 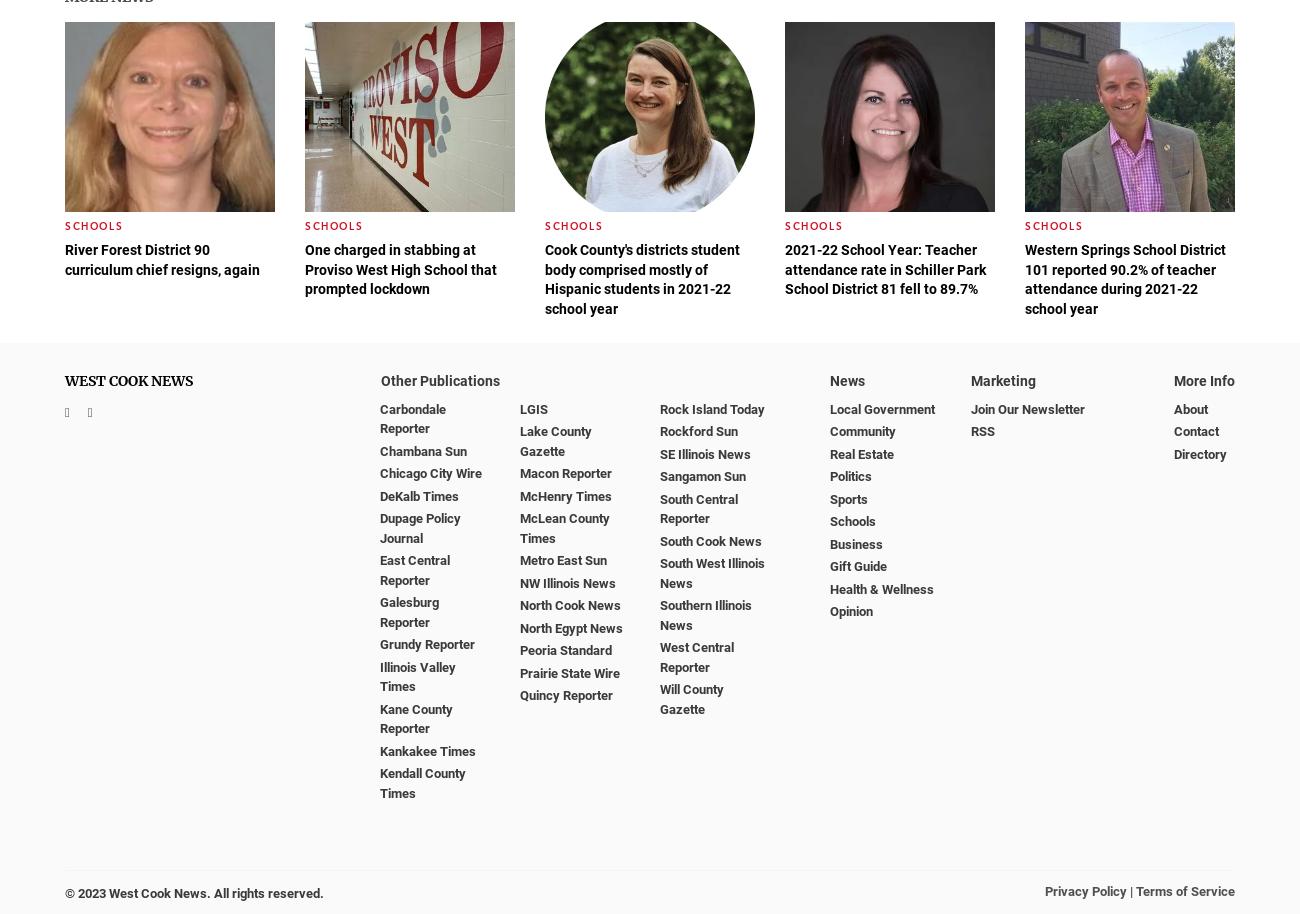 I want to click on 'Local Government', so click(x=880, y=408).